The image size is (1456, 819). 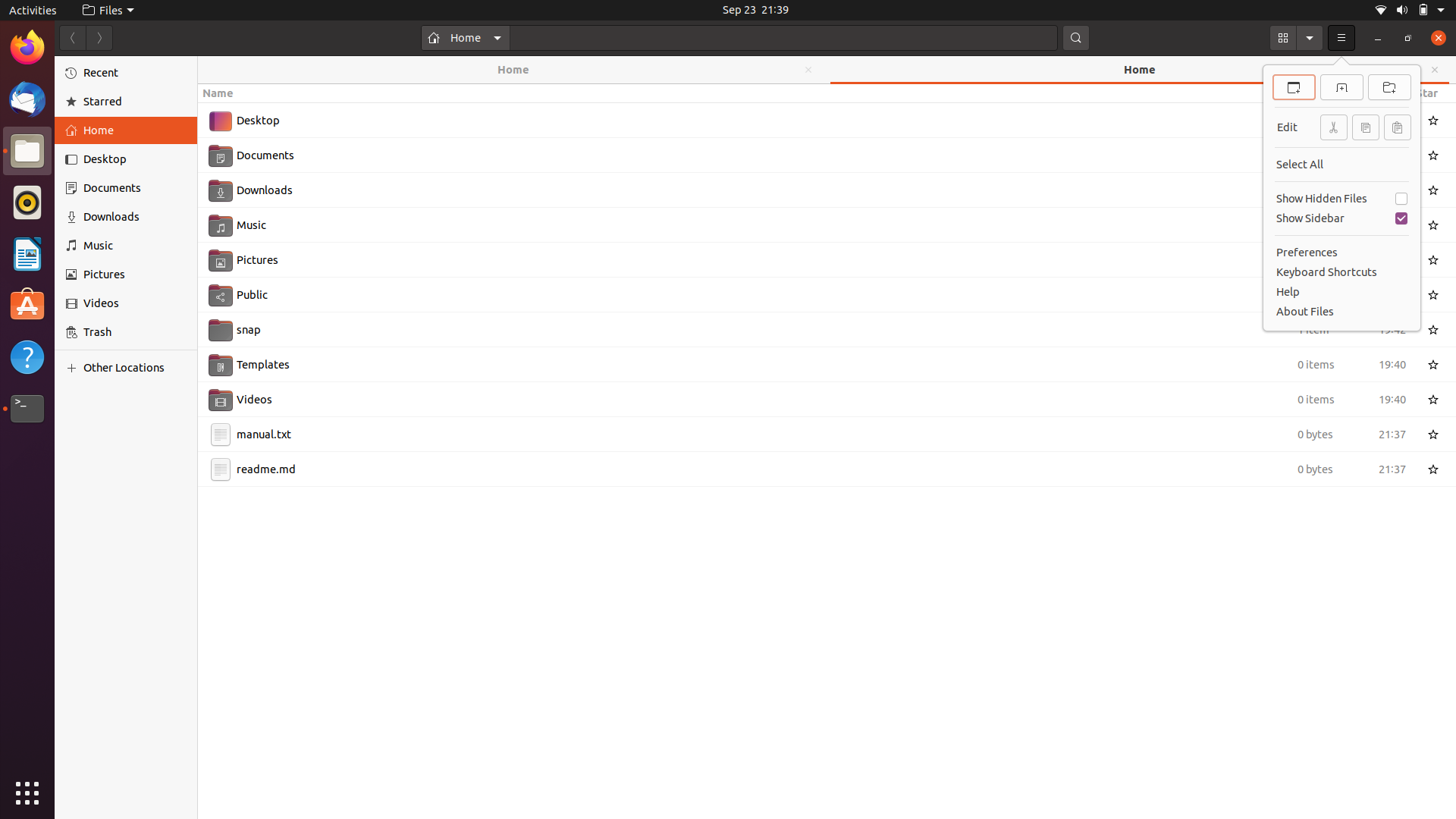 What do you see at coordinates (1341, 37) in the screenshot?
I see `Highlight the first selection in the dropdown menu using keyboard` at bounding box center [1341, 37].